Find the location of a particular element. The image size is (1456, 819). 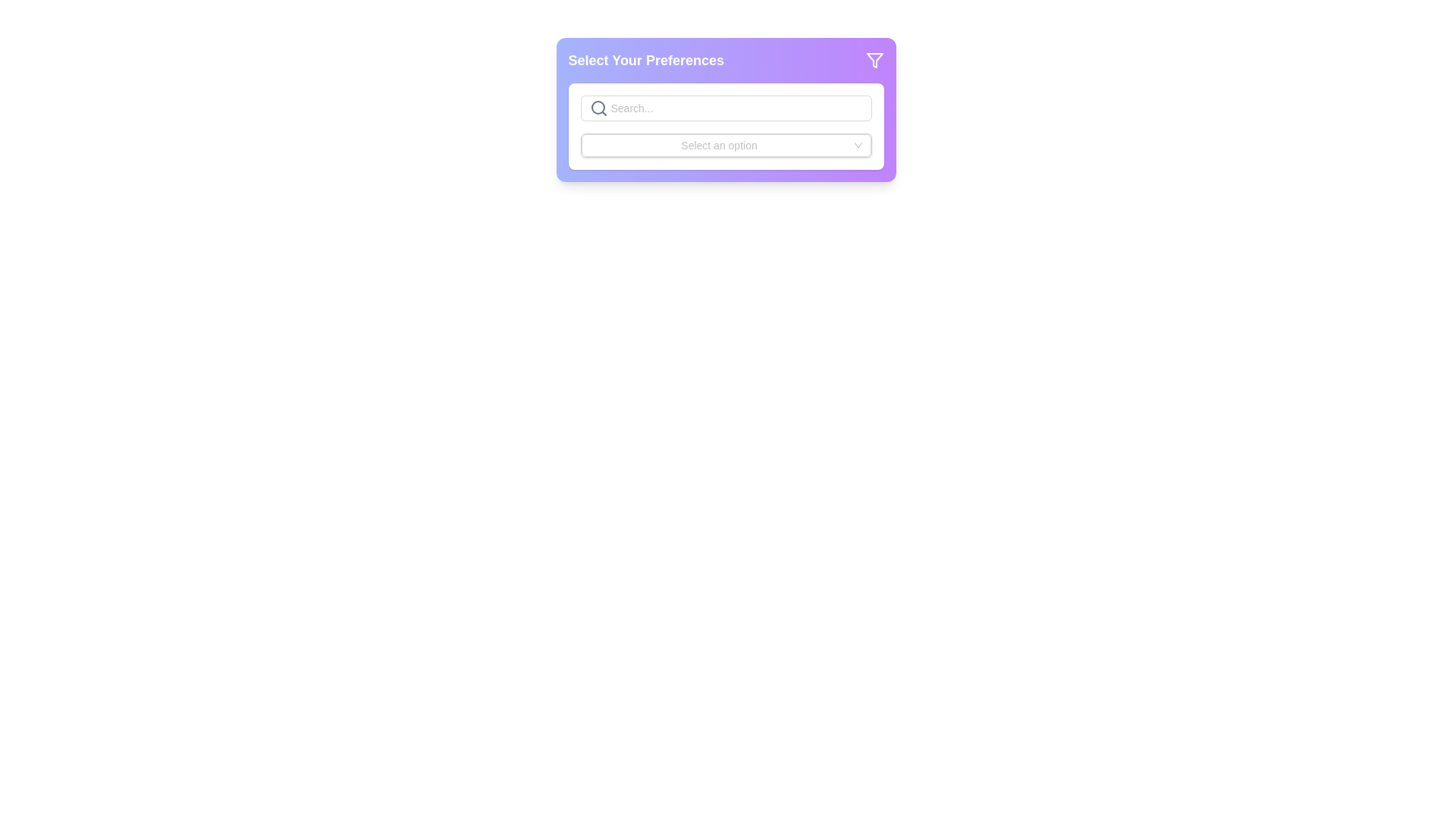

the dropdown menu with the placeholder text 'Select an option' located at the center-top of the interface, below the search bar is located at coordinates (725, 146).